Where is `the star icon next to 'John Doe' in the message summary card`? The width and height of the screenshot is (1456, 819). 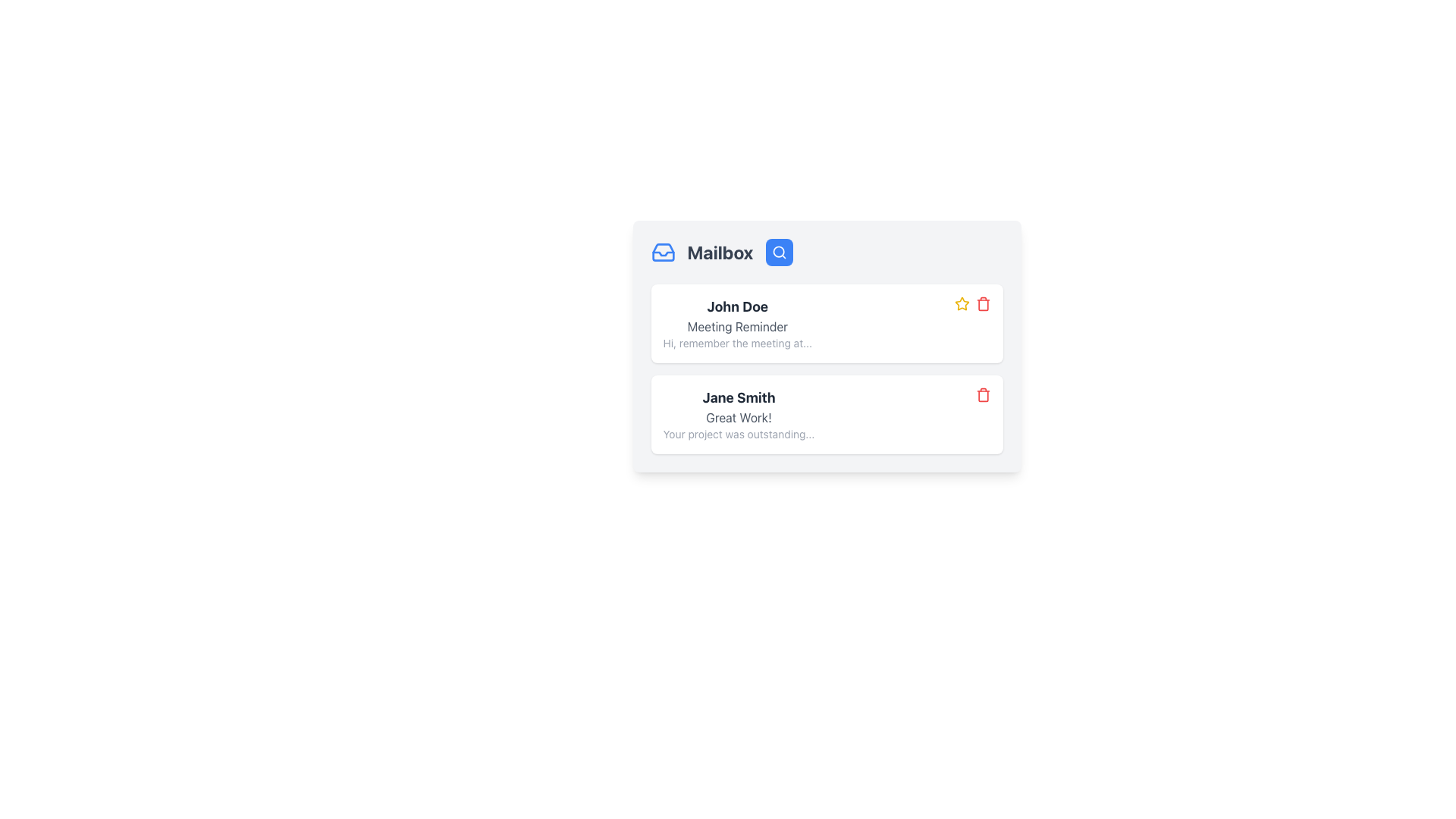 the star icon next to 'John Doe' in the message summary card is located at coordinates (961, 303).